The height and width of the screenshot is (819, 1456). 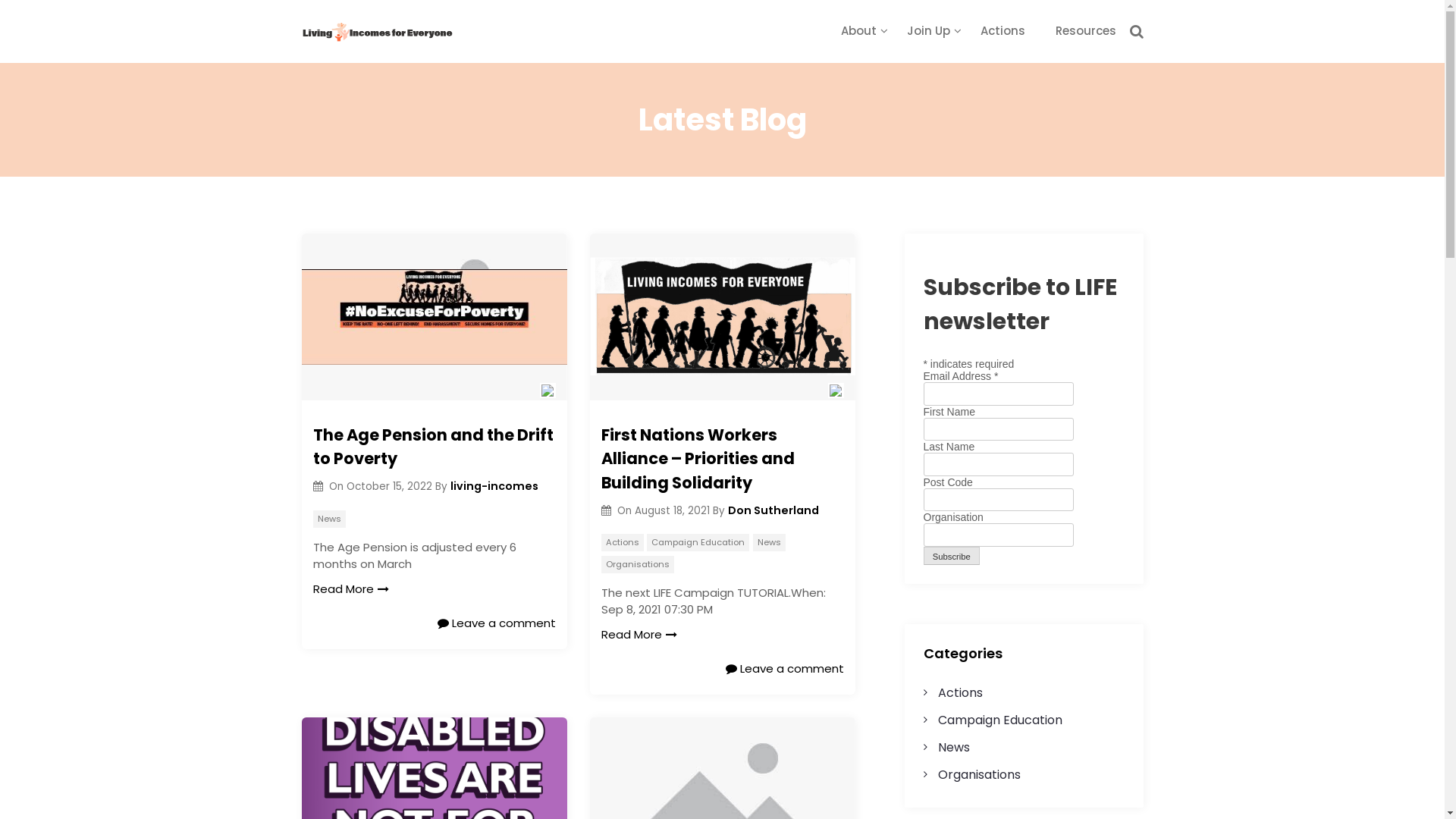 What do you see at coordinates (951, 556) in the screenshot?
I see `'Subscribe'` at bounding box center [951, 556].